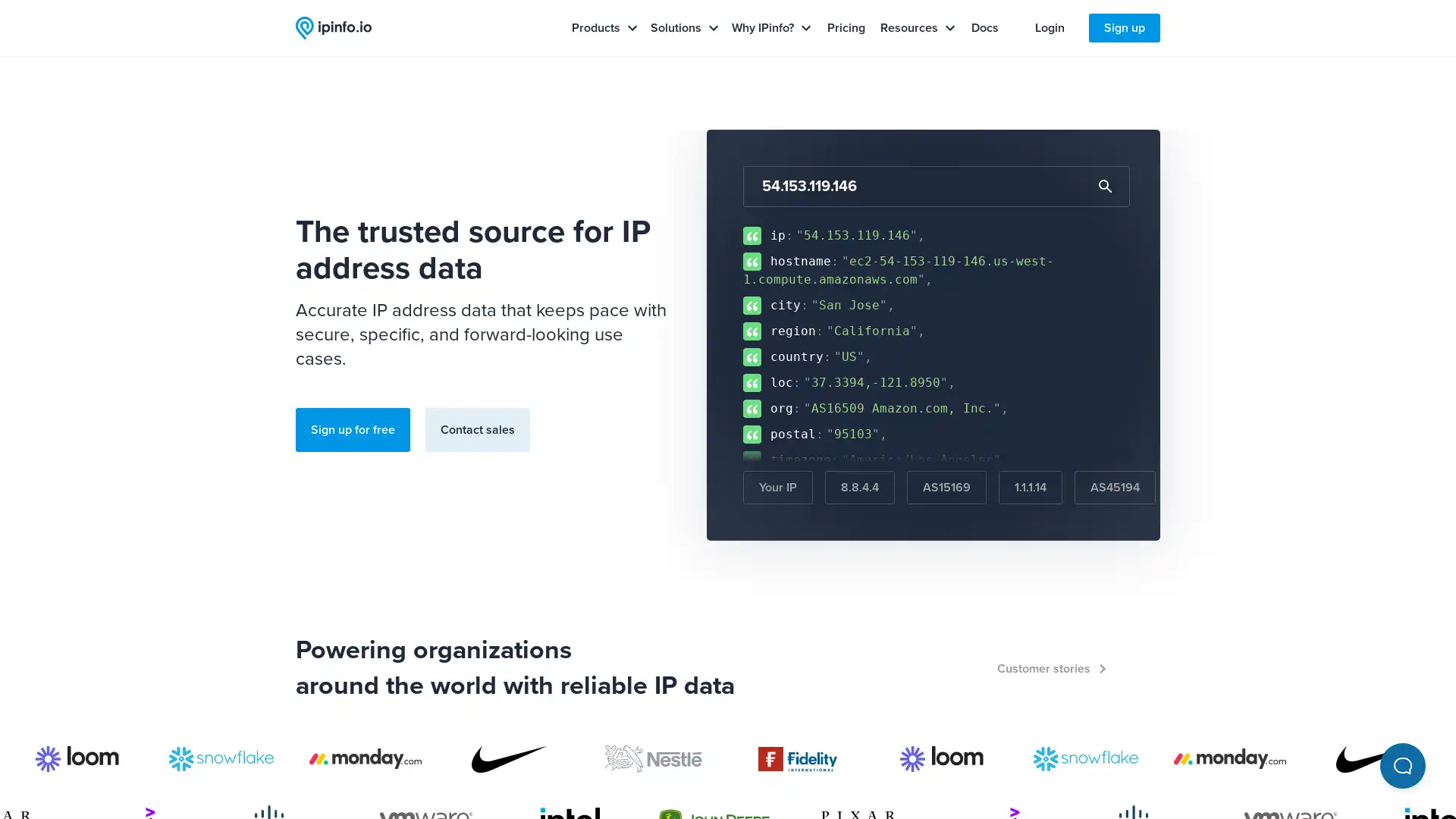  I want to click on 1.1.1.14, so click(1030, 488).